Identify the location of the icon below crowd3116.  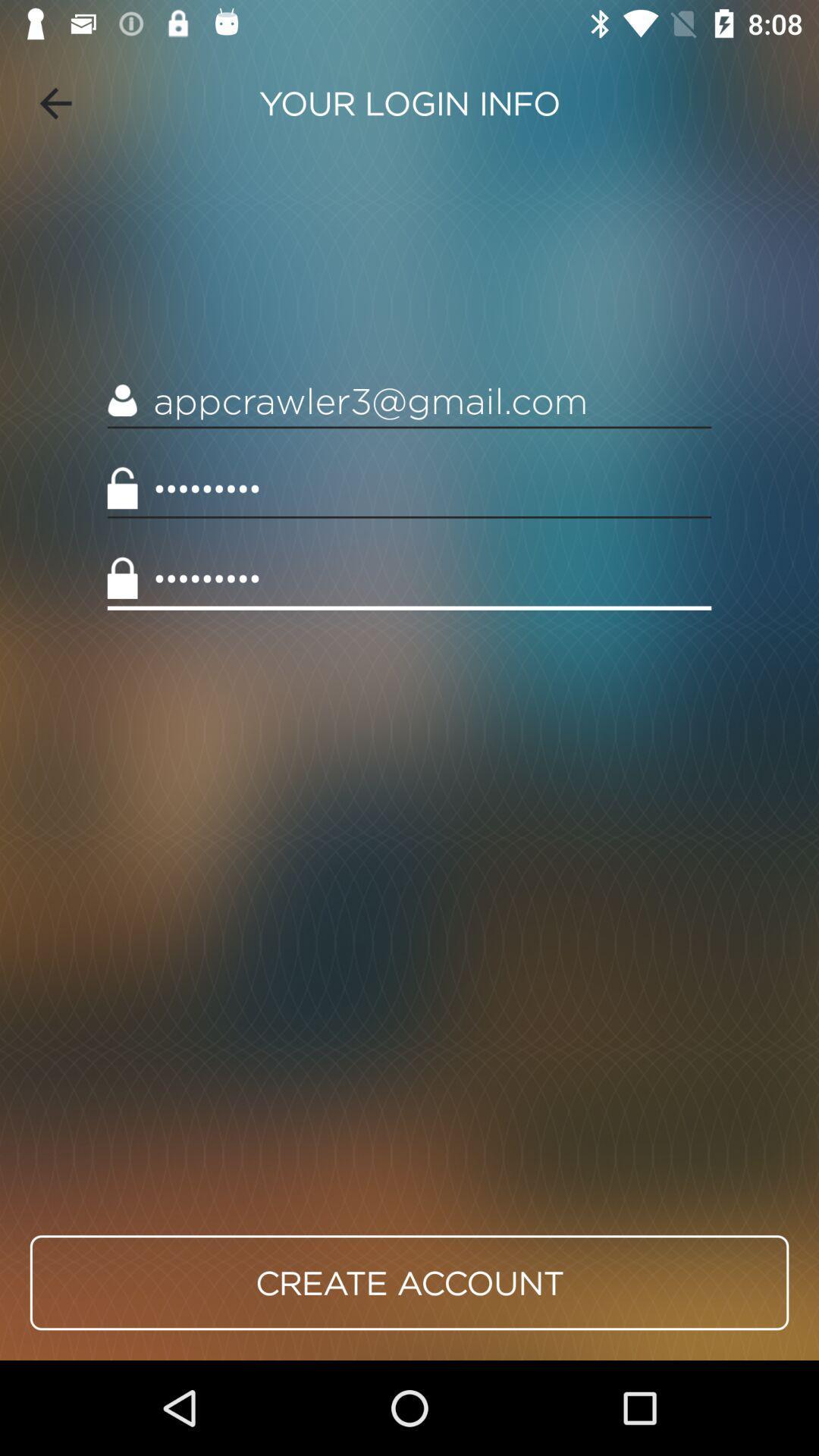
(409, 1282).